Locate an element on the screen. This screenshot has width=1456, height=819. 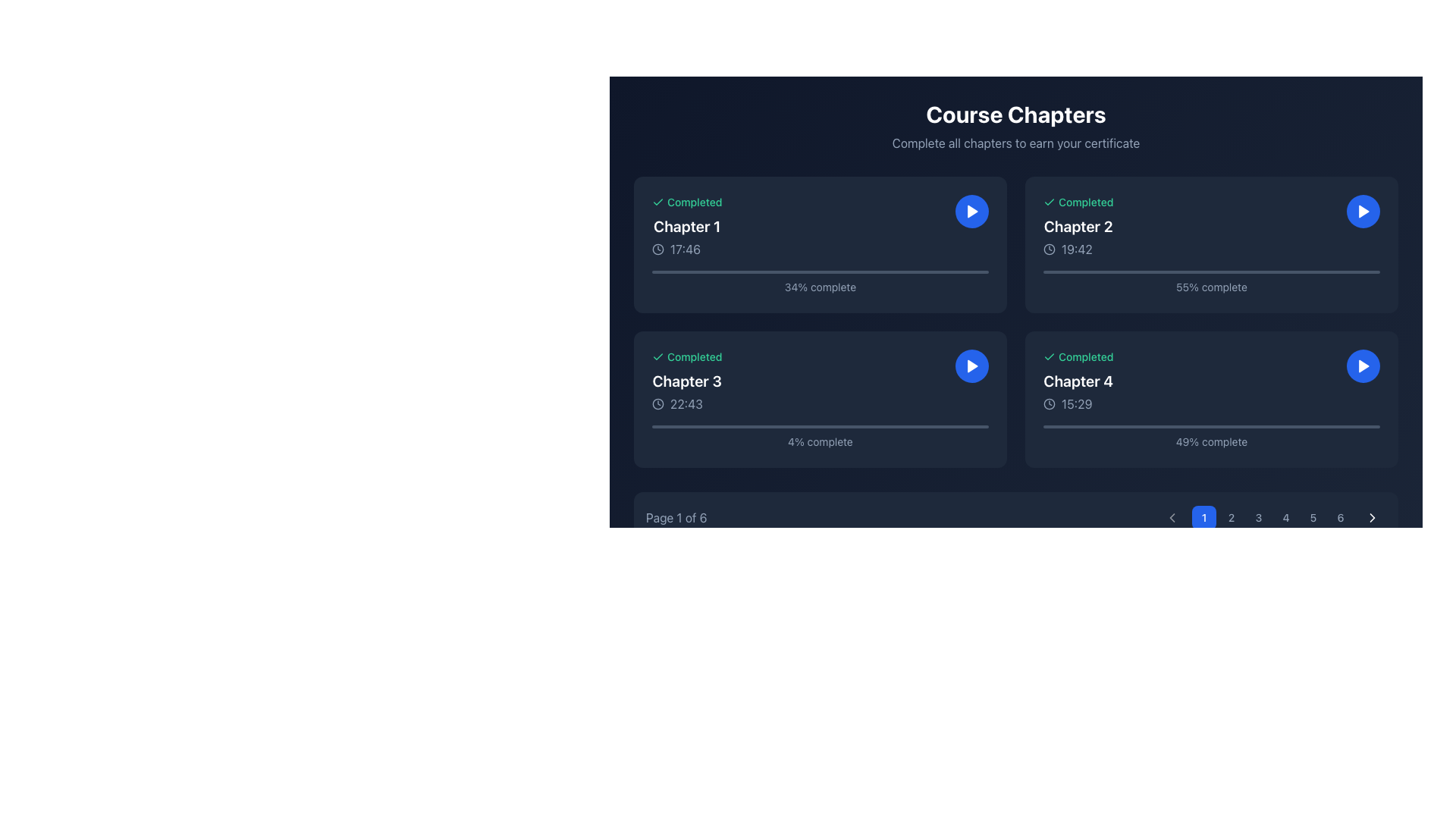
the static text label 'Chapter 4' which is styled in a larger bold font, located in the bottom-right corner of the interface under 'Course Chapters' is located at coordinates (1078, 380).